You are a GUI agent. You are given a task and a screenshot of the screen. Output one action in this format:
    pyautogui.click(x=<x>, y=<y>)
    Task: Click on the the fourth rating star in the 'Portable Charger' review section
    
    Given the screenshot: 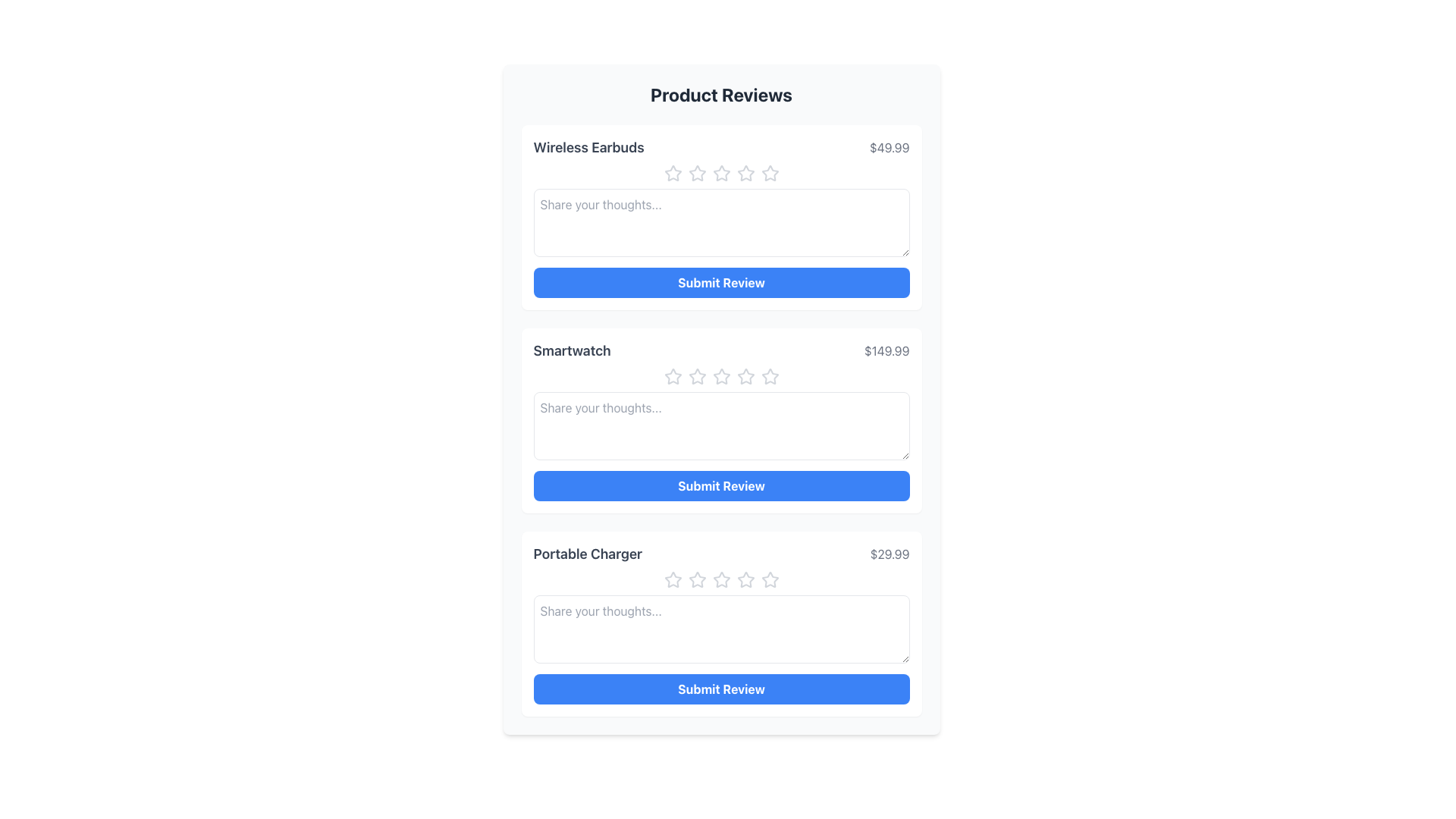 What is the action you would take?
    pyautogui.click(x=720, y=579)
    